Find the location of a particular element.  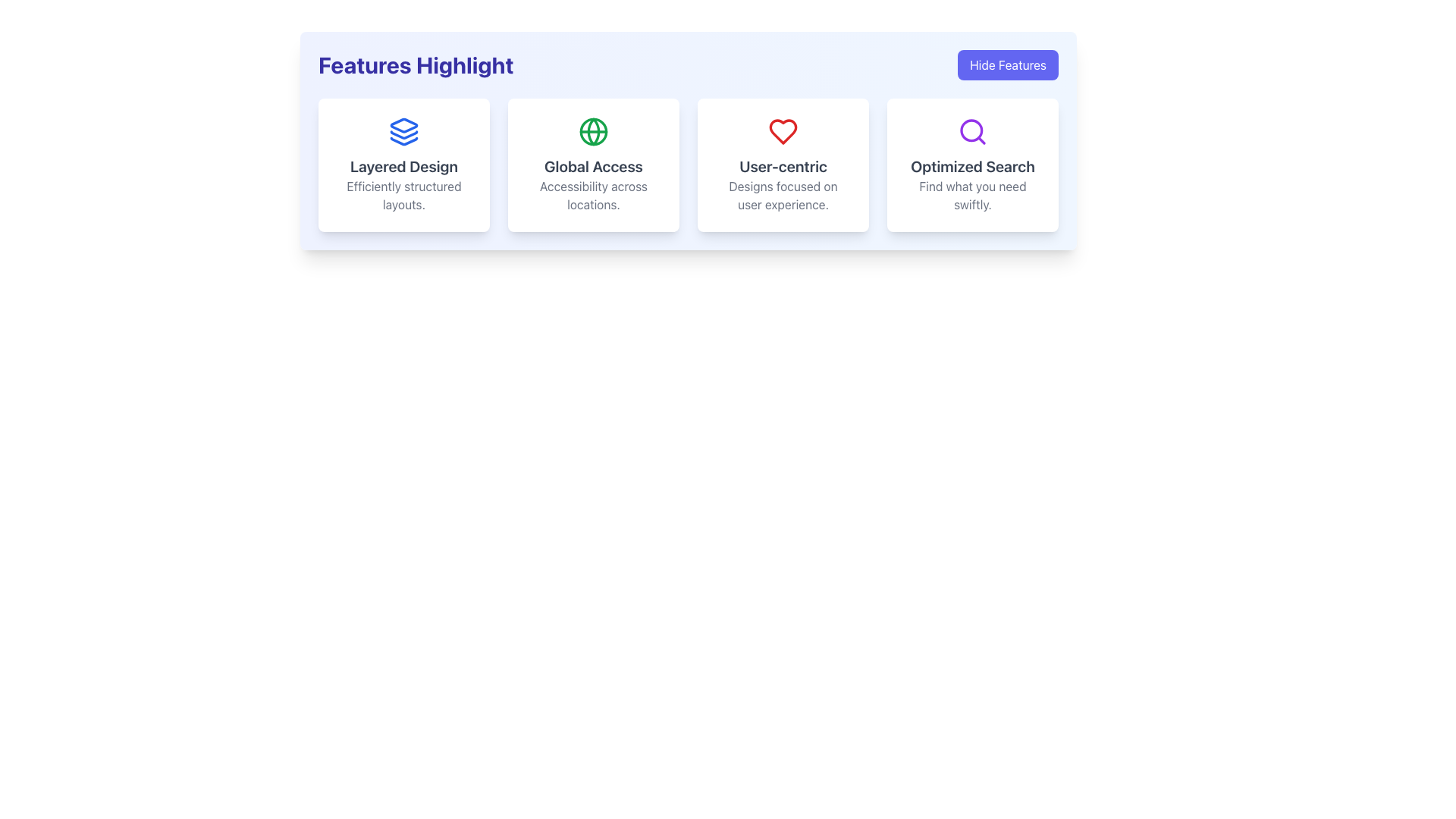

the central part of the red heart icon within the 'User-centric' card, which is the third card in a horizontal row of feature cards is located at coordinates (783, 130).